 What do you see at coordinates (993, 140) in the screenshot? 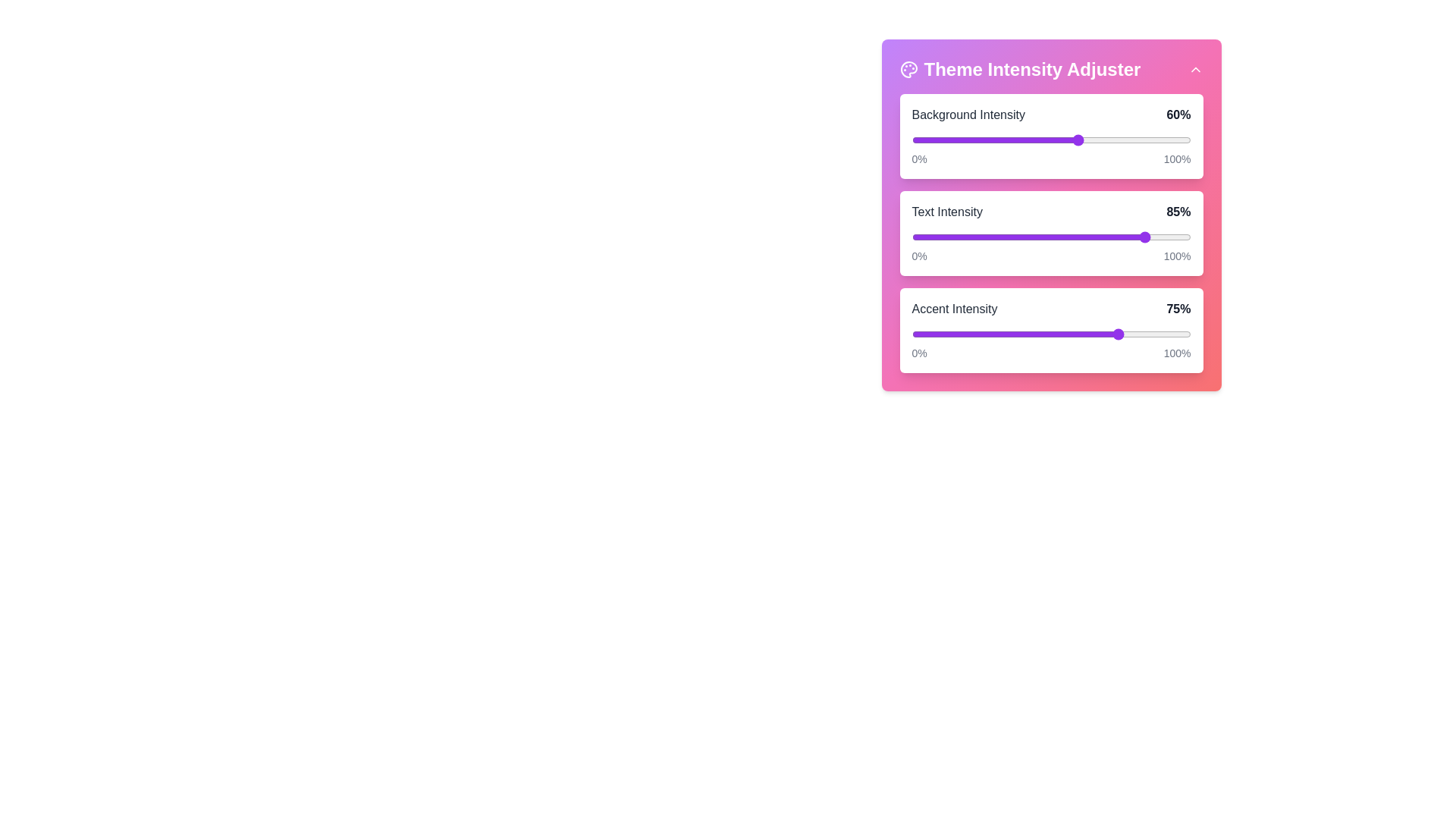
I see `the background intensity` at bounding box center [993, 140].